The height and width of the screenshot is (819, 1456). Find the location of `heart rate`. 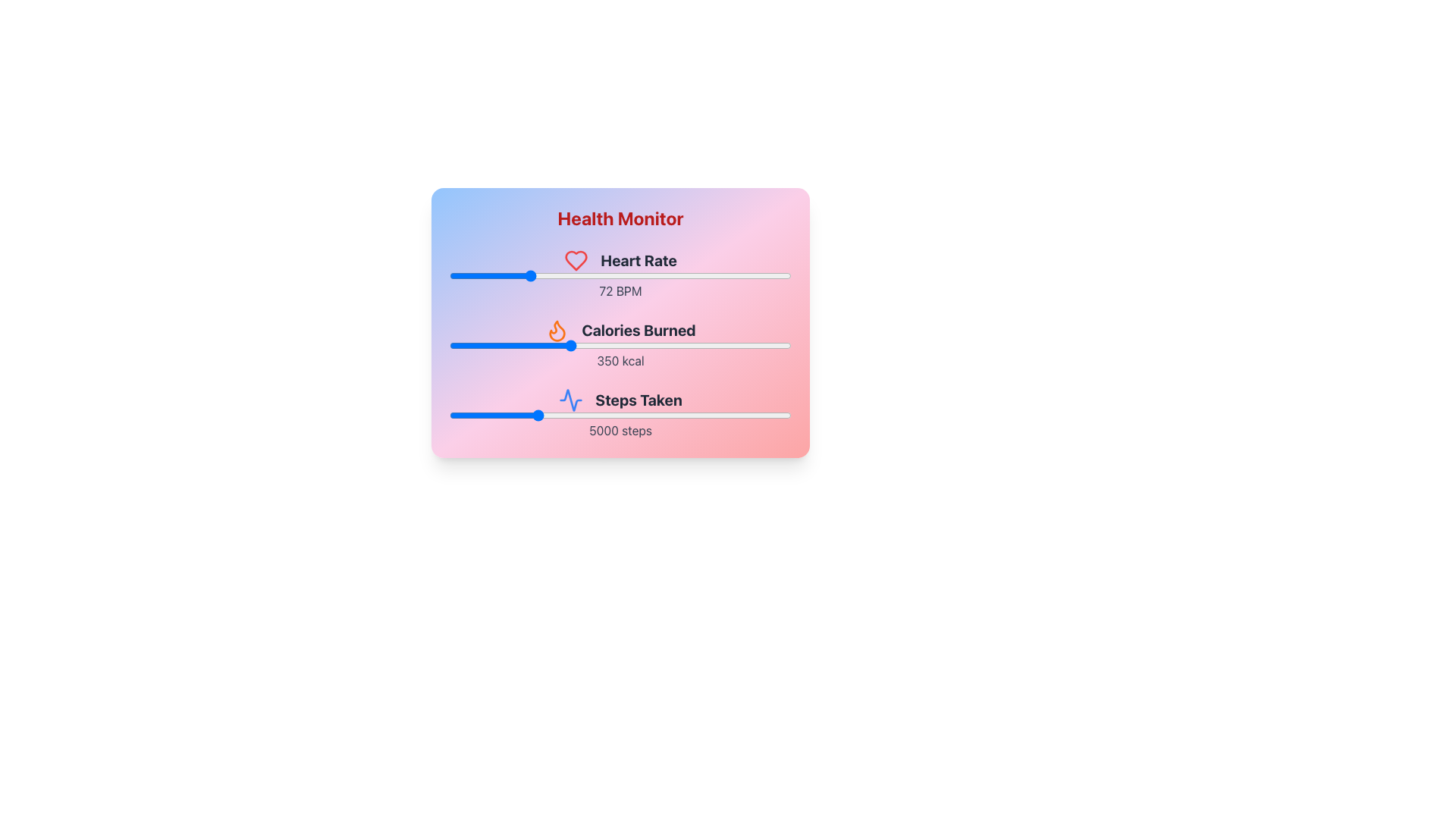

heart rate is located at coordinates (662, 275).